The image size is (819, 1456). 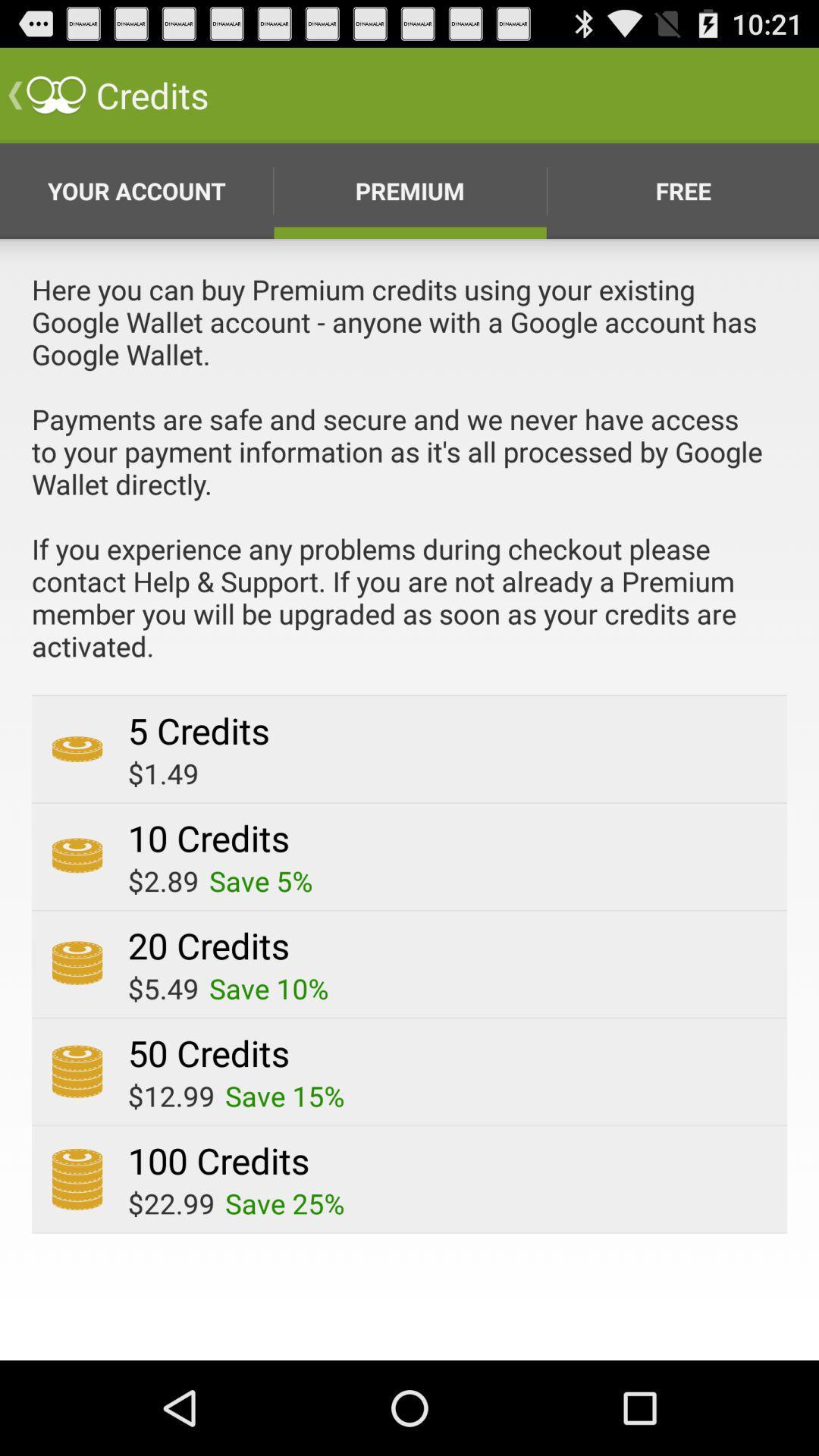 What do you see at coordinates (218, 1159) in the screenshot?
I see `the 100 credits icon` at bounding box center [218, 1159].